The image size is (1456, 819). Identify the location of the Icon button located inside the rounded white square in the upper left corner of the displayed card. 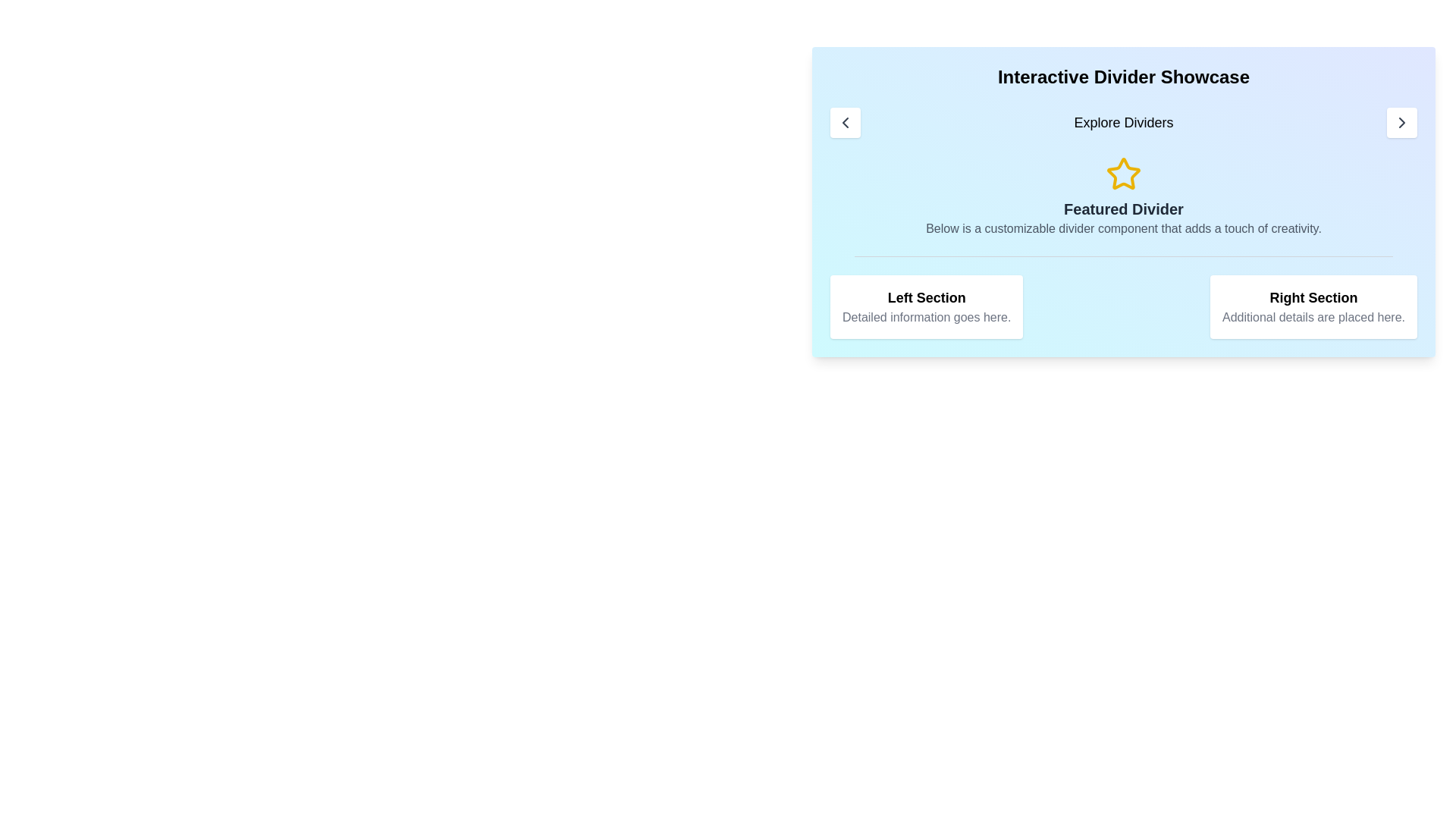
(844, 122).